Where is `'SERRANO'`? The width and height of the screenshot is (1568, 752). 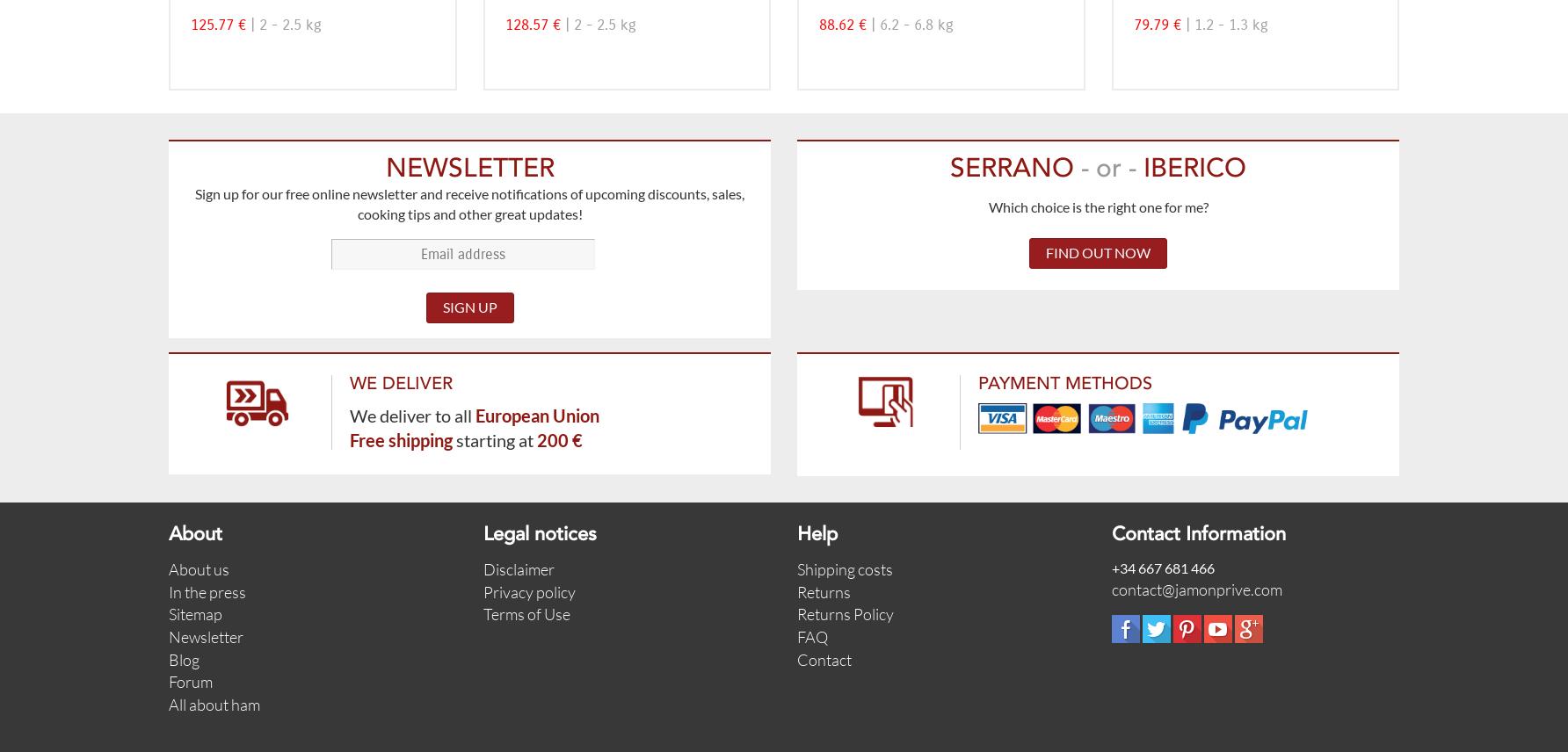 'SERRANO' is located at coordinates (1015, 168).